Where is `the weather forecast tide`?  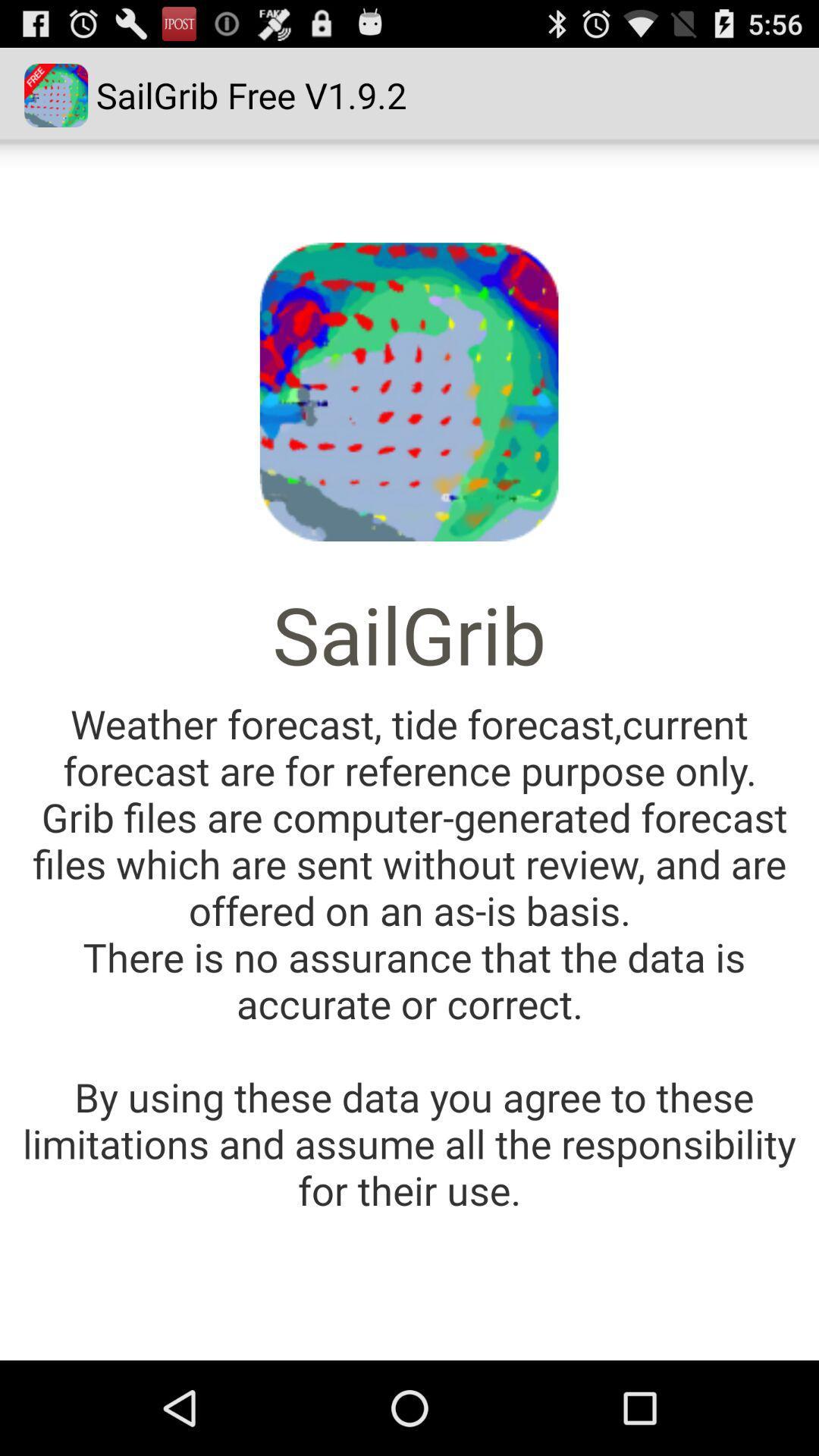
the weather forecast tide is located at coordinates (409, 955).